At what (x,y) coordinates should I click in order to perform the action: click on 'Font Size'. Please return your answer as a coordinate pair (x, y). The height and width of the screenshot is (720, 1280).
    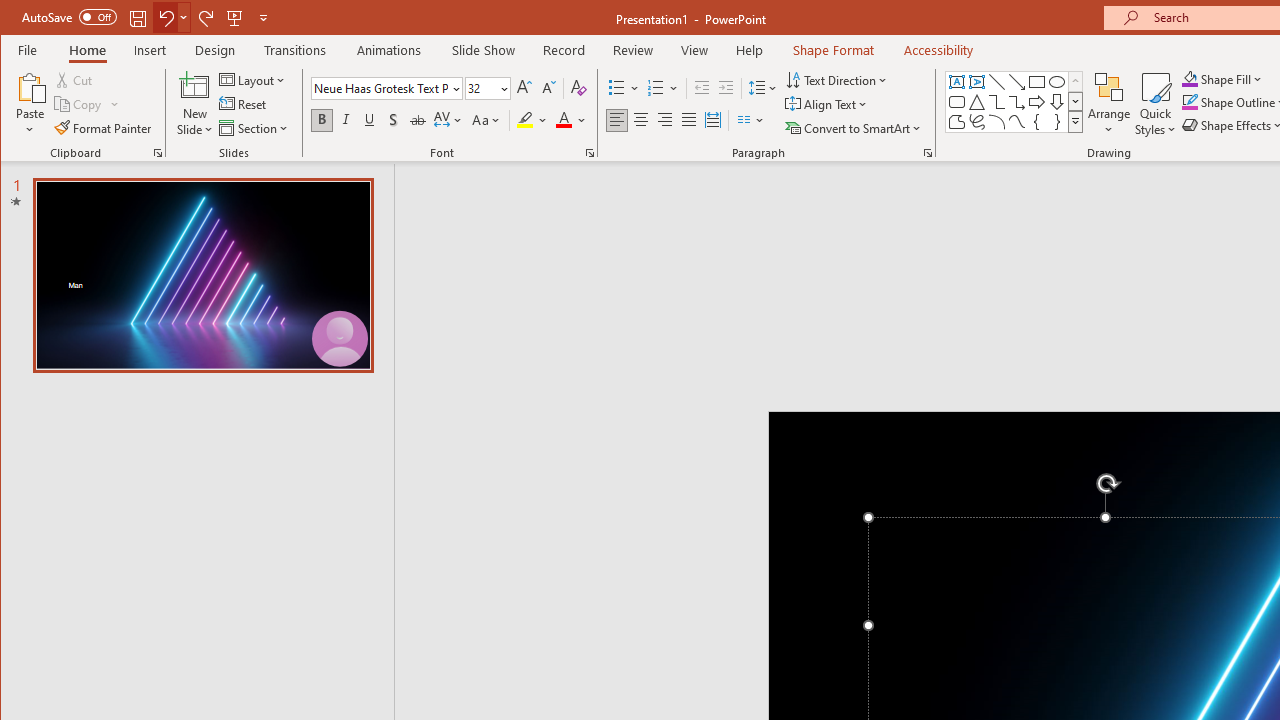
    Looking at the image, I should click on (487, 87).